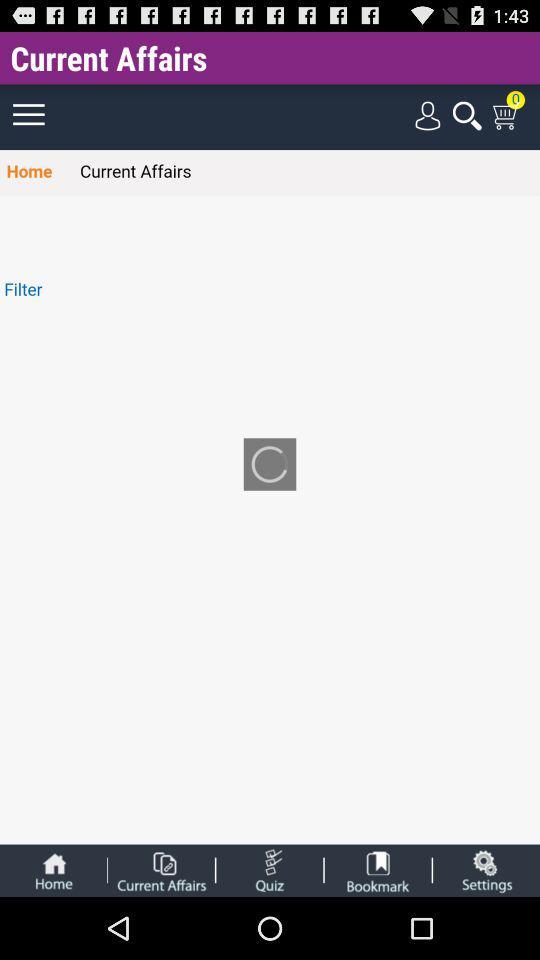 The height and width of the screenshot is (960, 540). What do you see at coordinates (378, 931) in the screenshot?
I see `the avatar icon` at bounding box center [378, 931].